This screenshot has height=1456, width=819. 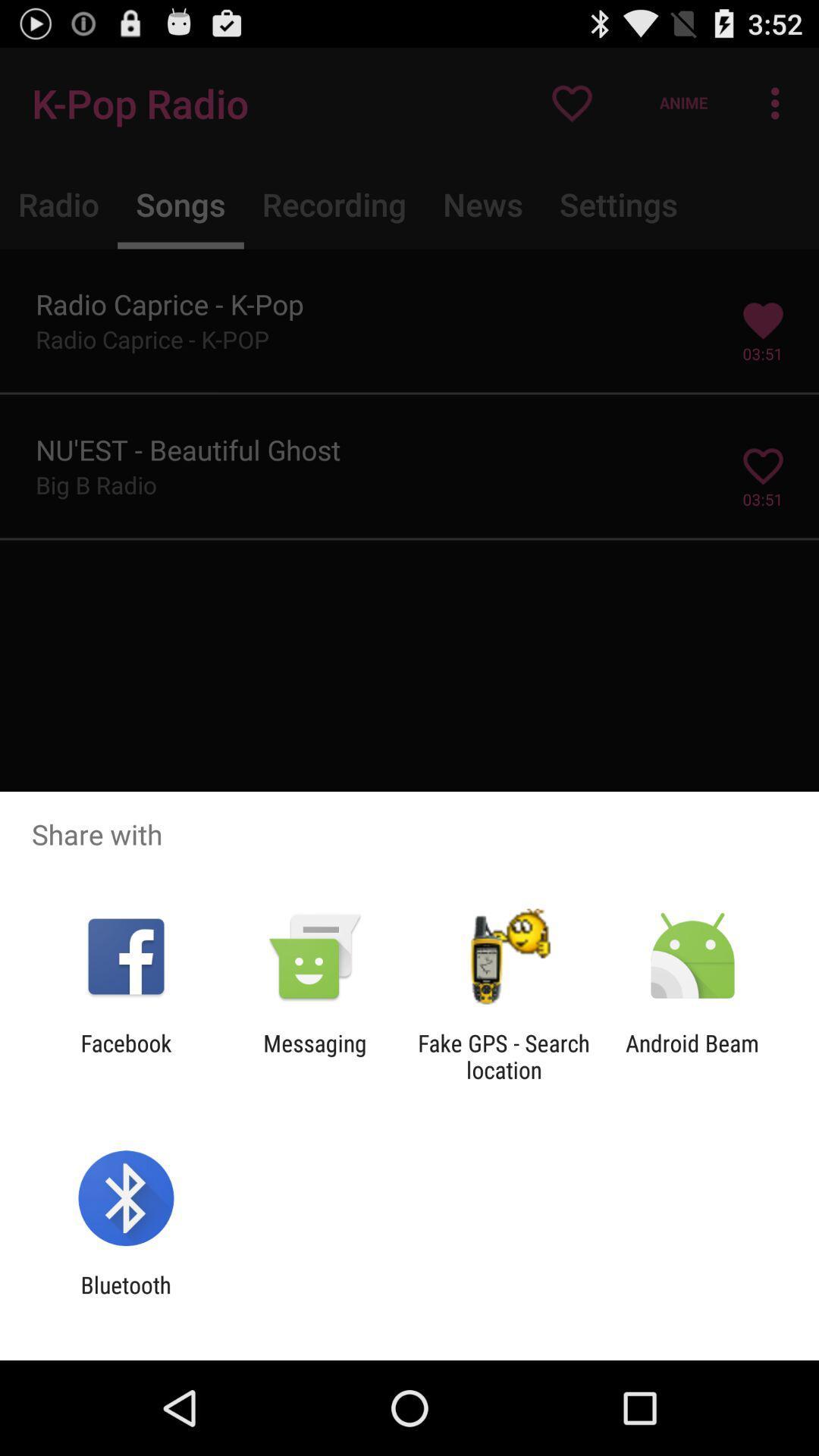 I want to click on fake gps search, so click(x=504, y=1056).